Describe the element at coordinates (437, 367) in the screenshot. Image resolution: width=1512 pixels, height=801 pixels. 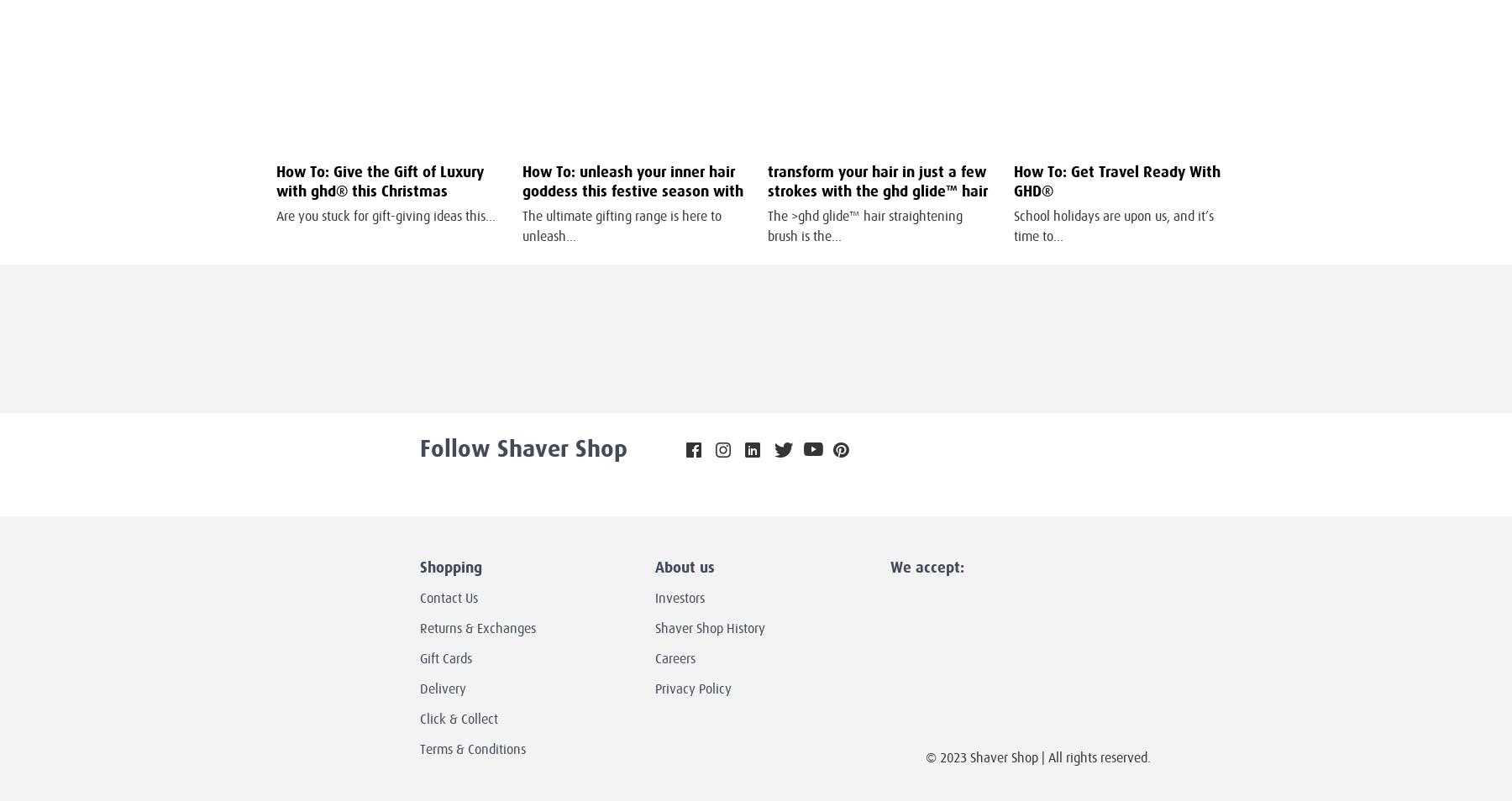
I see `'your first order over $100'` at that location.